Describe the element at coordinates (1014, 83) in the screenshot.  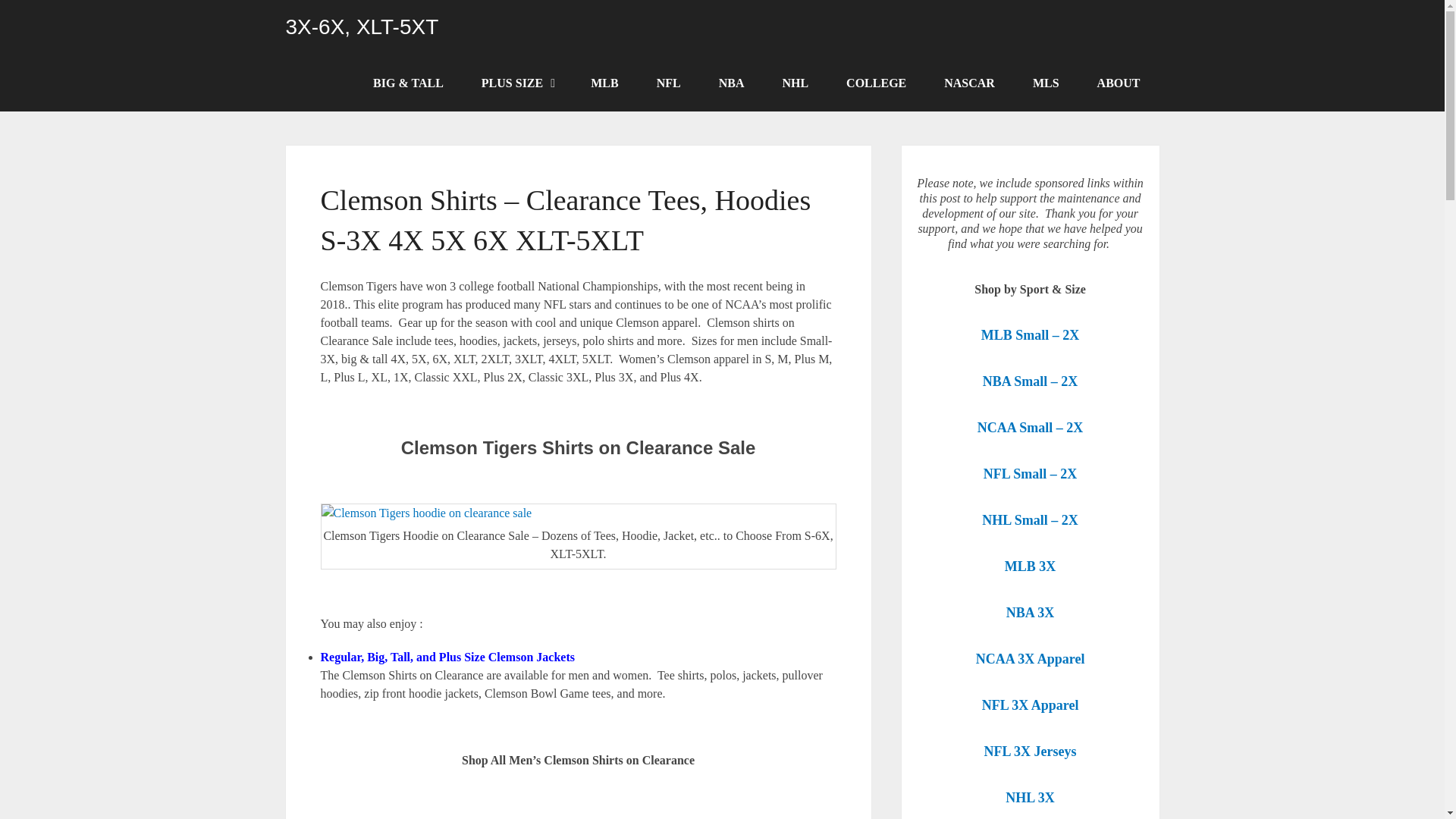
I see `'MLS'` at that location.